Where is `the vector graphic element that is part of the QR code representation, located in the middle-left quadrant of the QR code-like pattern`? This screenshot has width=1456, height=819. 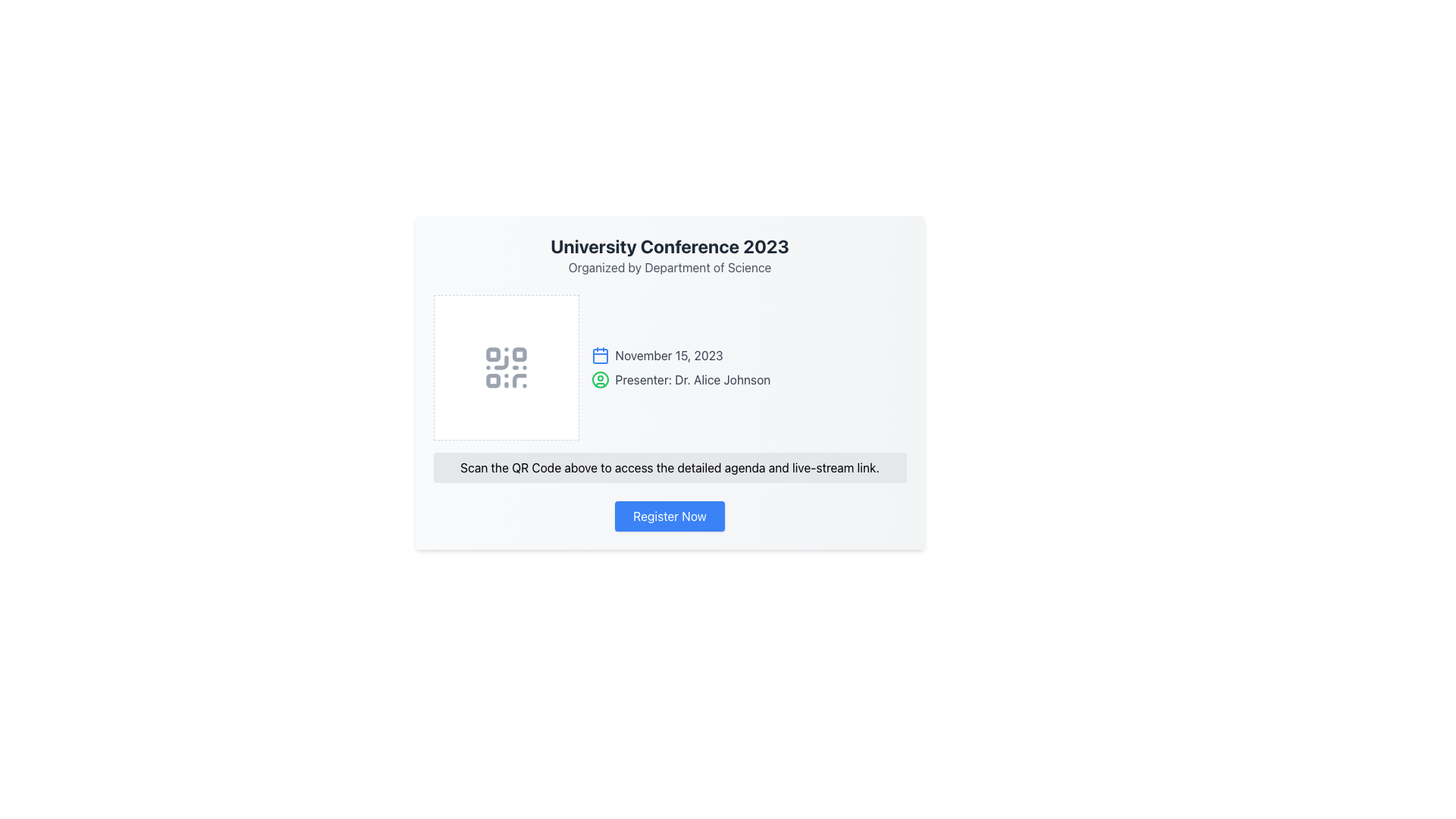
the vector graphic element that is part of the QR code representation, located in the middle-left quadrant of the QR code-like pattern is located at coordinates (500, 362).